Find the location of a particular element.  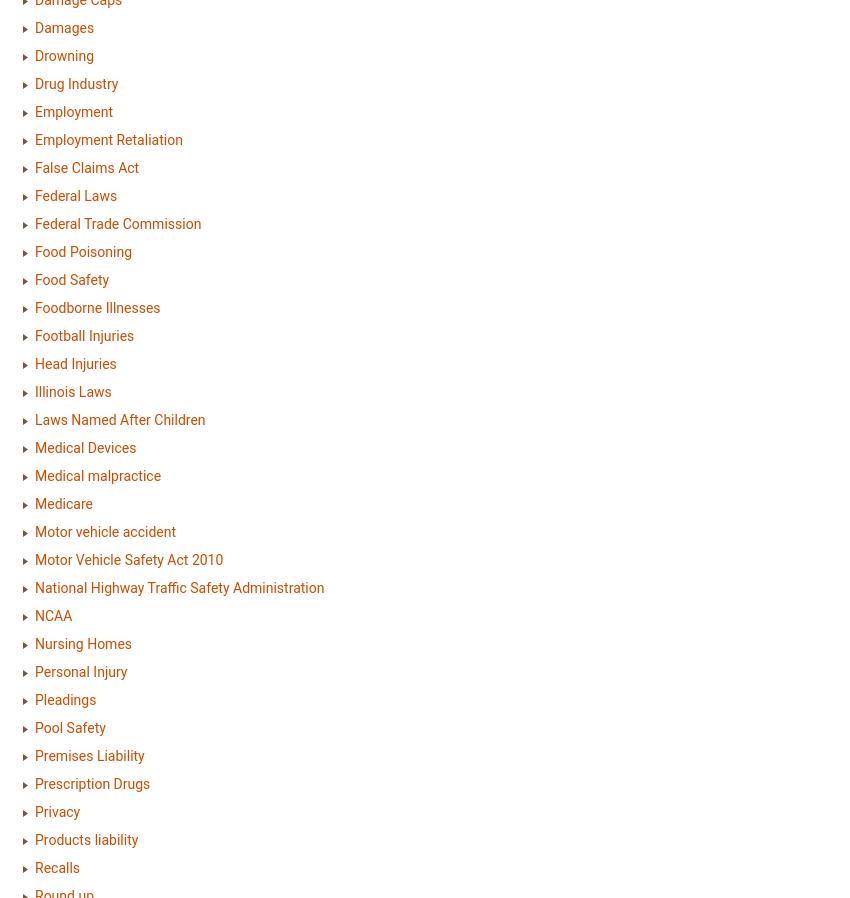

'National Highway Traffic Safety Administration' is located at coordinates (34, 586).